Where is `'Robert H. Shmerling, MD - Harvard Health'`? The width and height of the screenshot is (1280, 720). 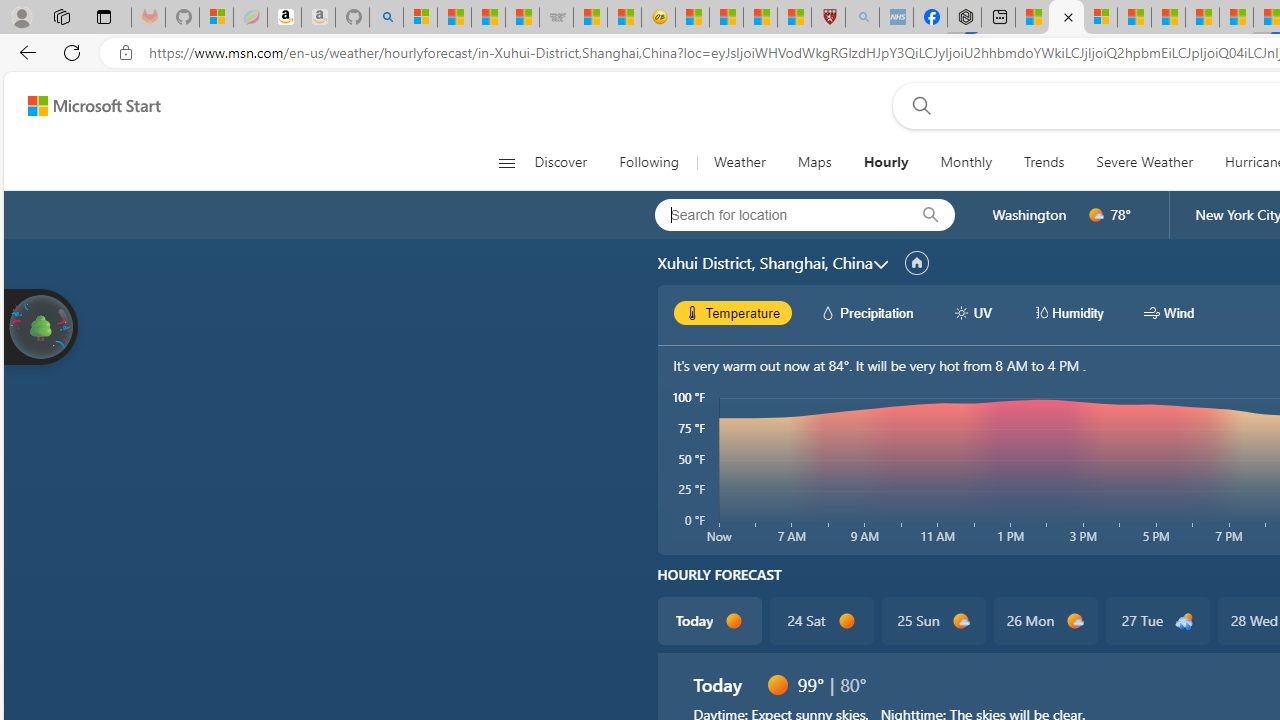 'Robert H. Shmerling, MD - Harvard Health' is located at coordinates (828, 17).